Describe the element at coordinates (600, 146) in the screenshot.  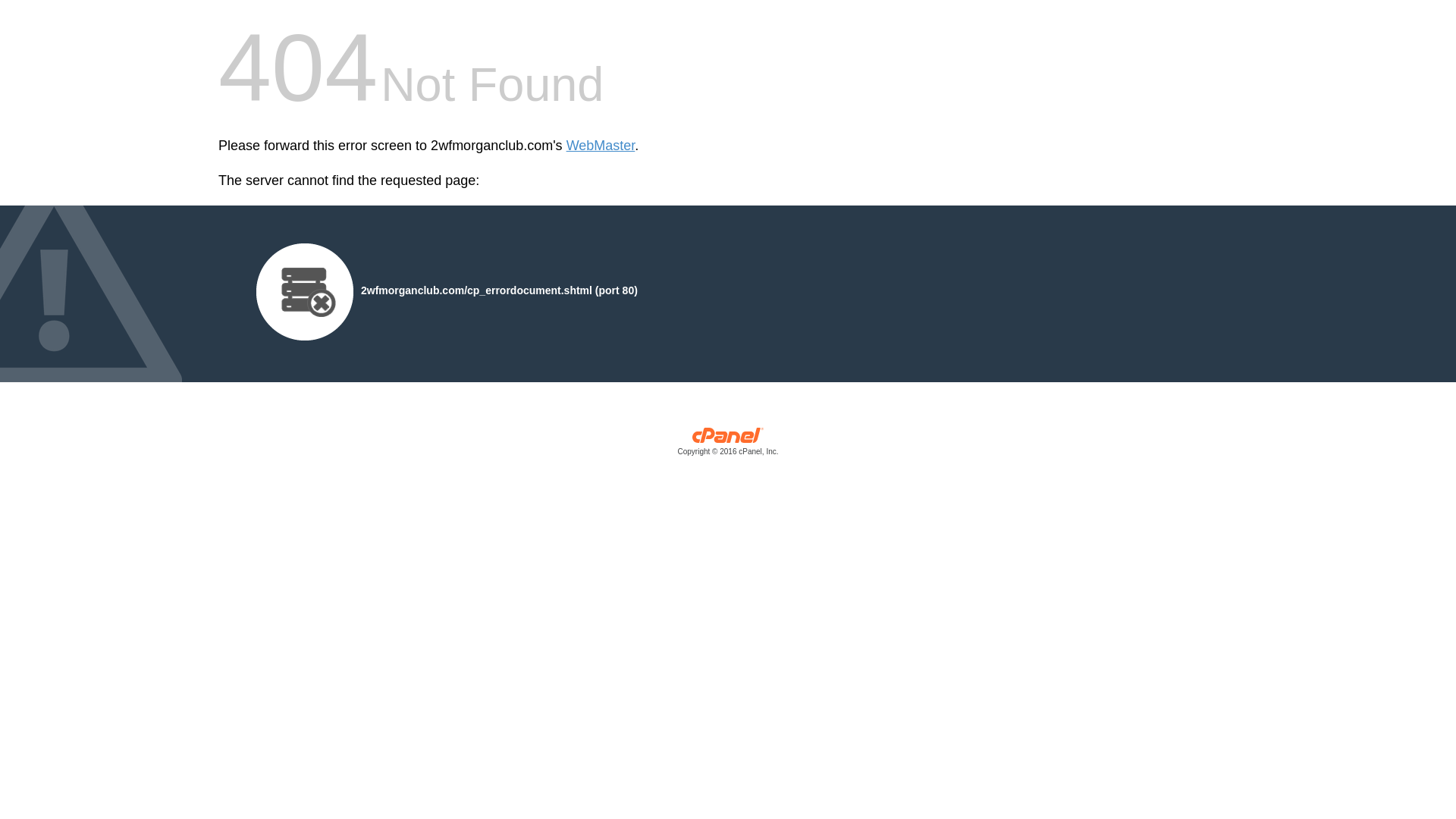
I see `'WebMaster'` at that location.